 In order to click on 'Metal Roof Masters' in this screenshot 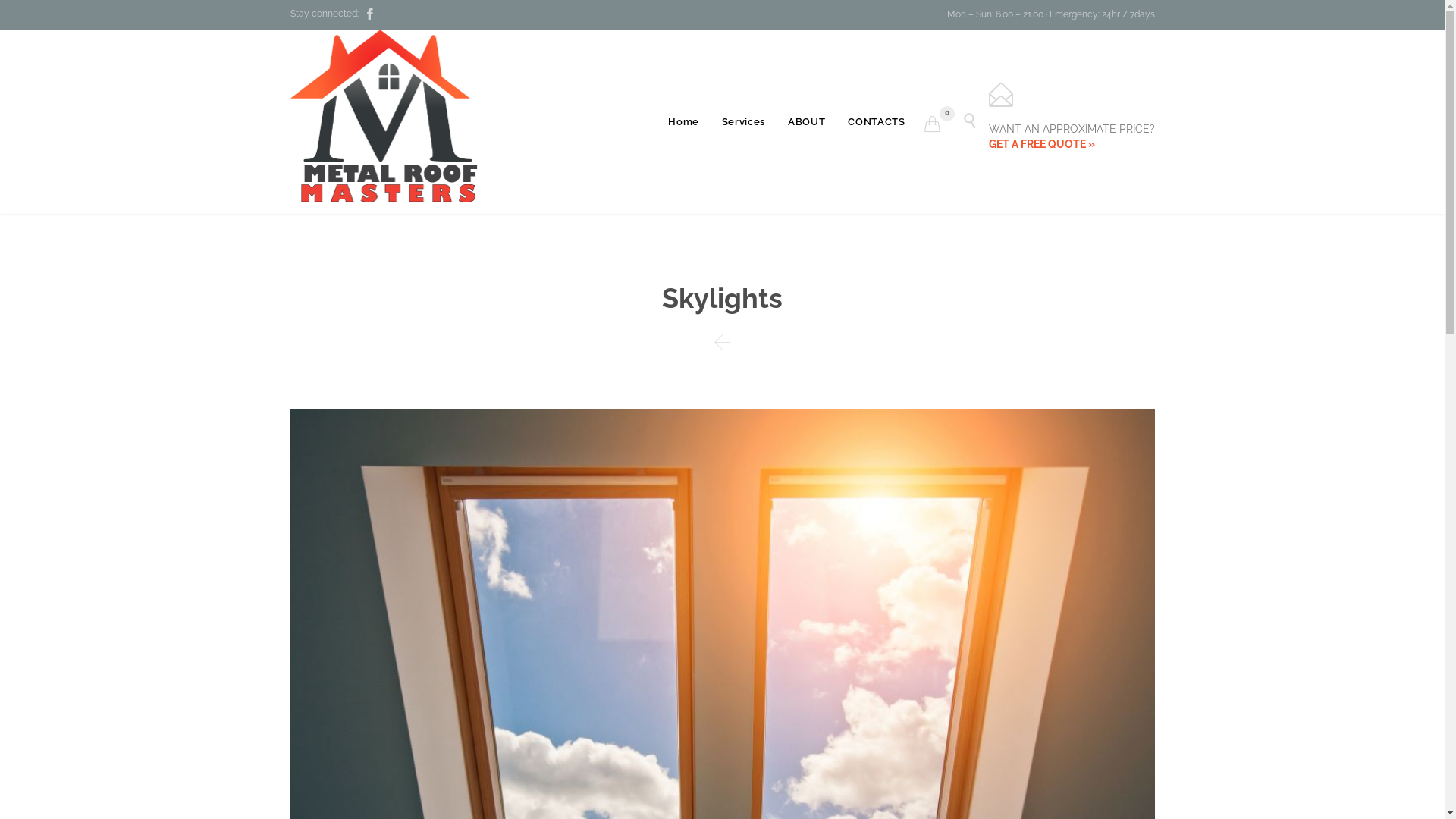, I will do `click(386, 121)`.